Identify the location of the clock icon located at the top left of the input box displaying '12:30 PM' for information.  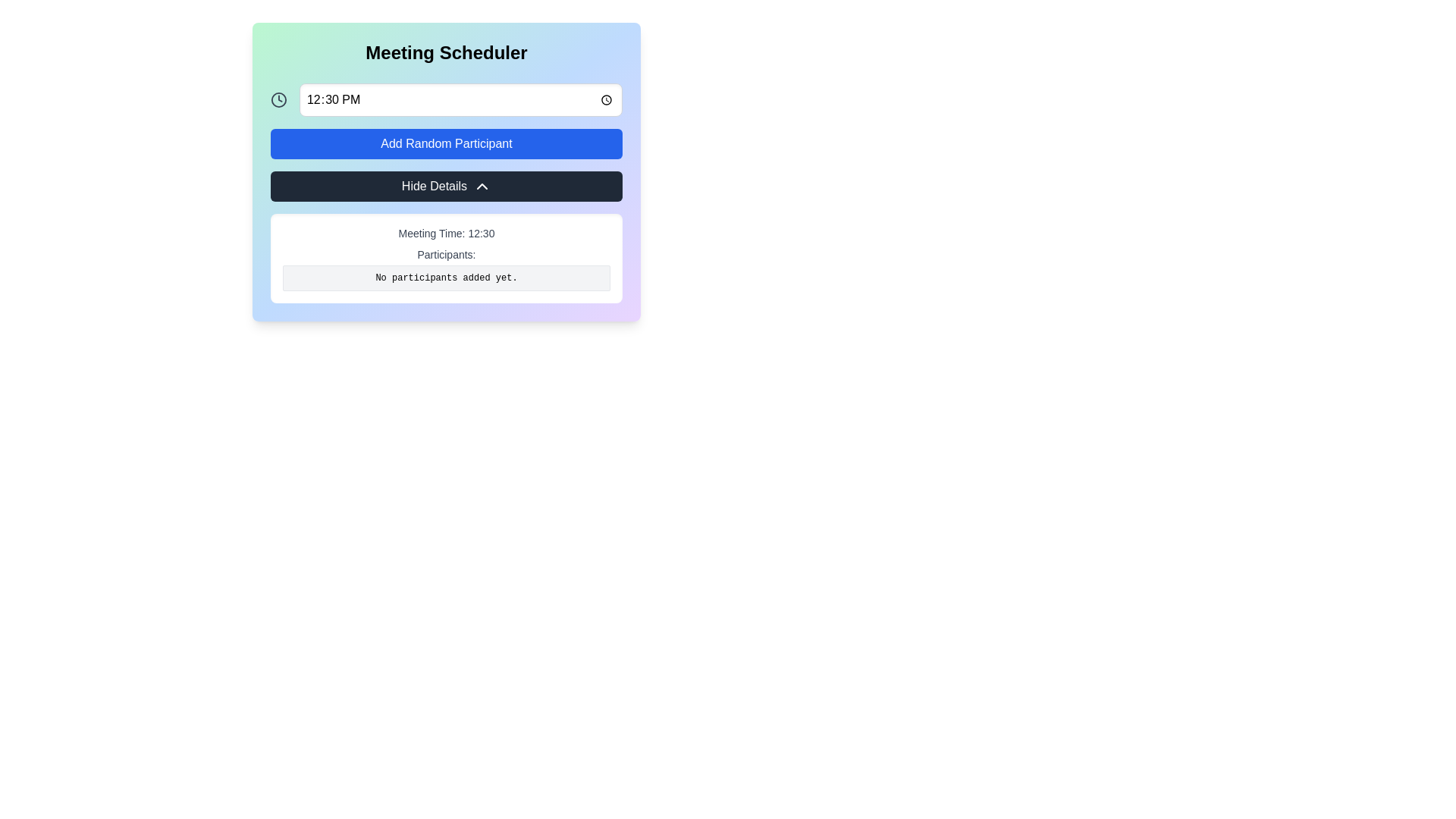
(279, 99).